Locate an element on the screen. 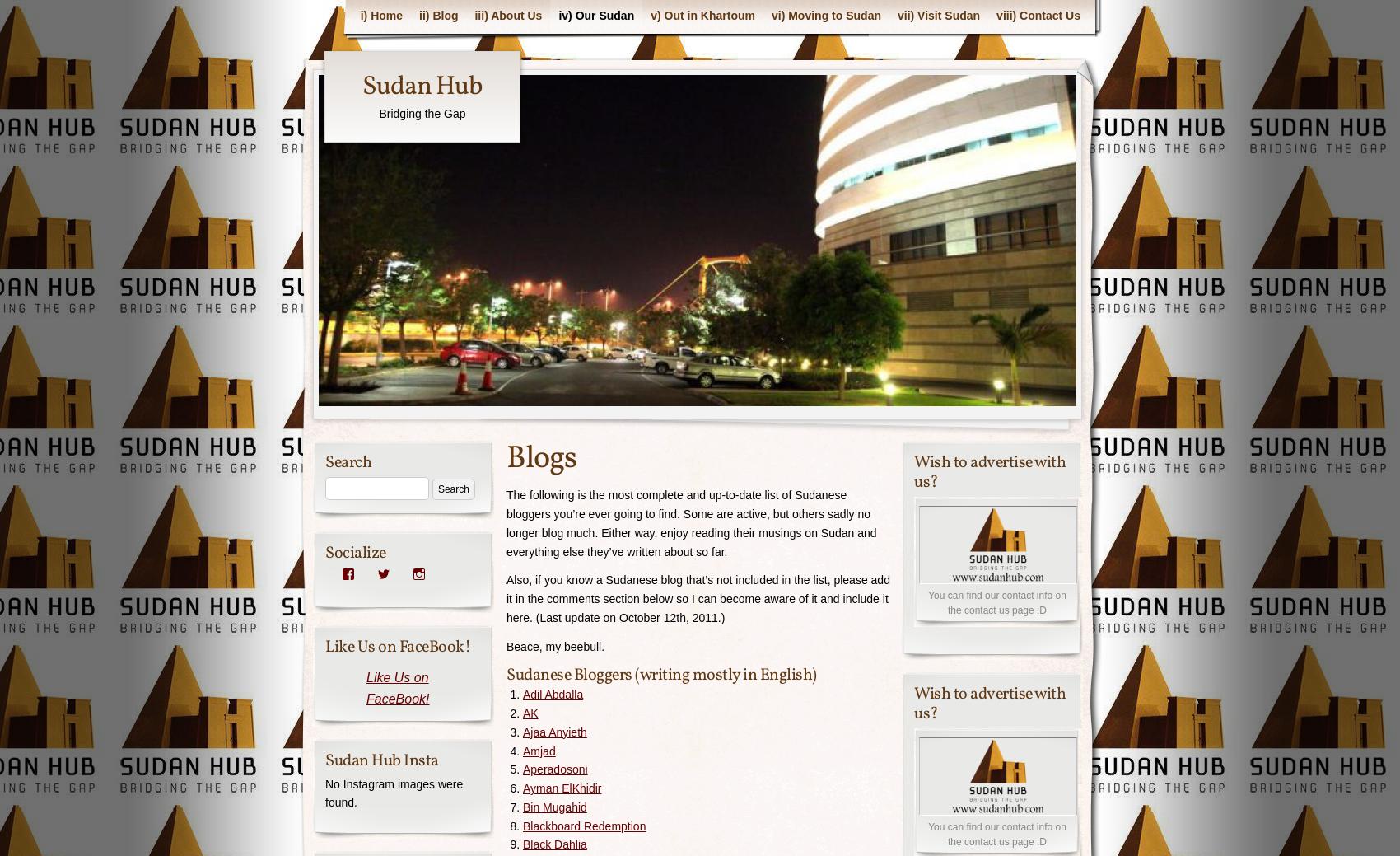 Image resolution: width=1400 pixels, height=856 pixels. 'Sudanese Bloggers (writing mostly in English)' is located at coordinates (660, 674).